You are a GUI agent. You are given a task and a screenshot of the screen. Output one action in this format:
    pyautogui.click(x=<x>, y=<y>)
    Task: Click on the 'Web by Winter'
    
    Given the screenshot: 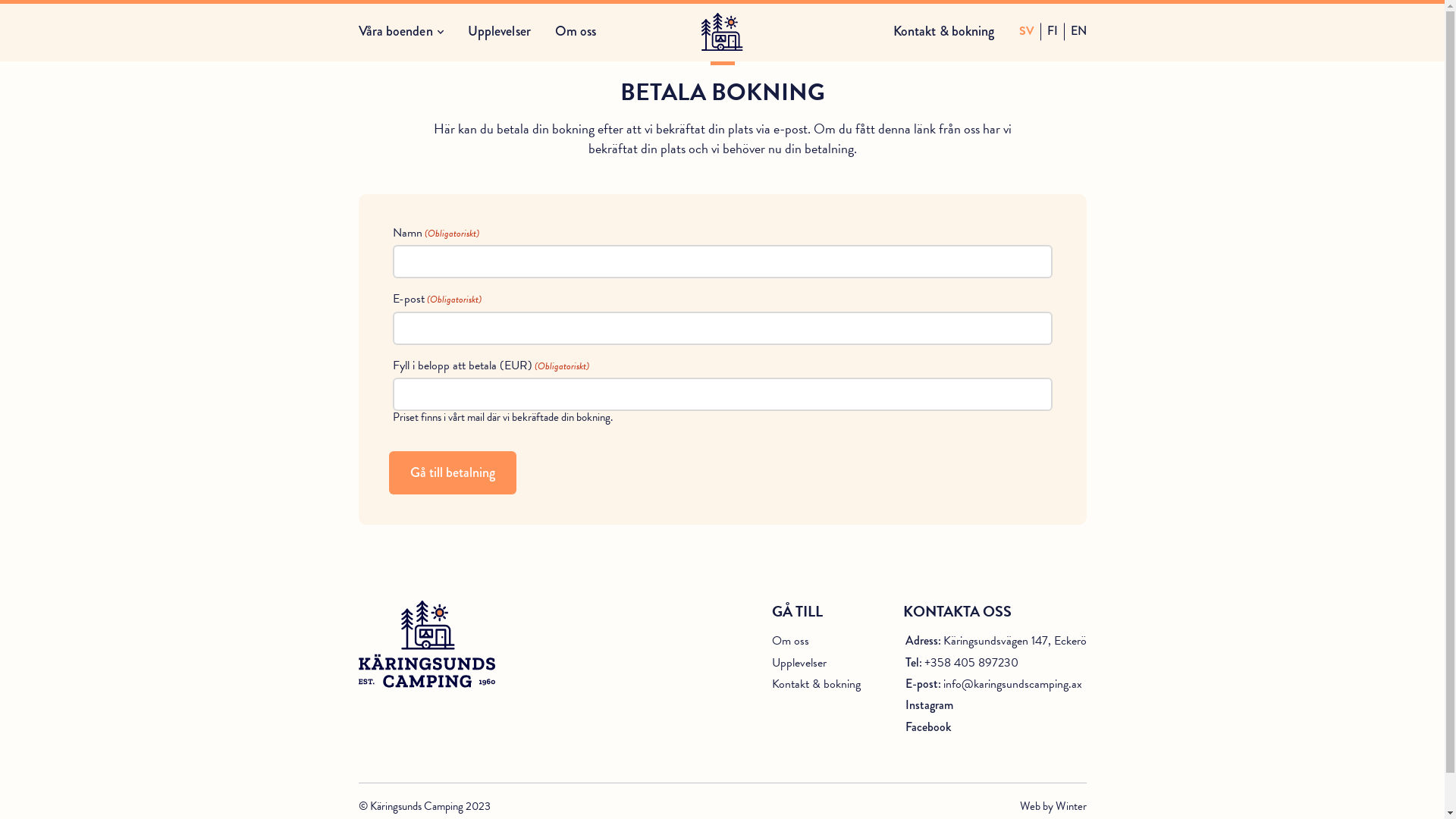 What is the action you would take?
    pyautogui.click(x=1051, y=805)
    